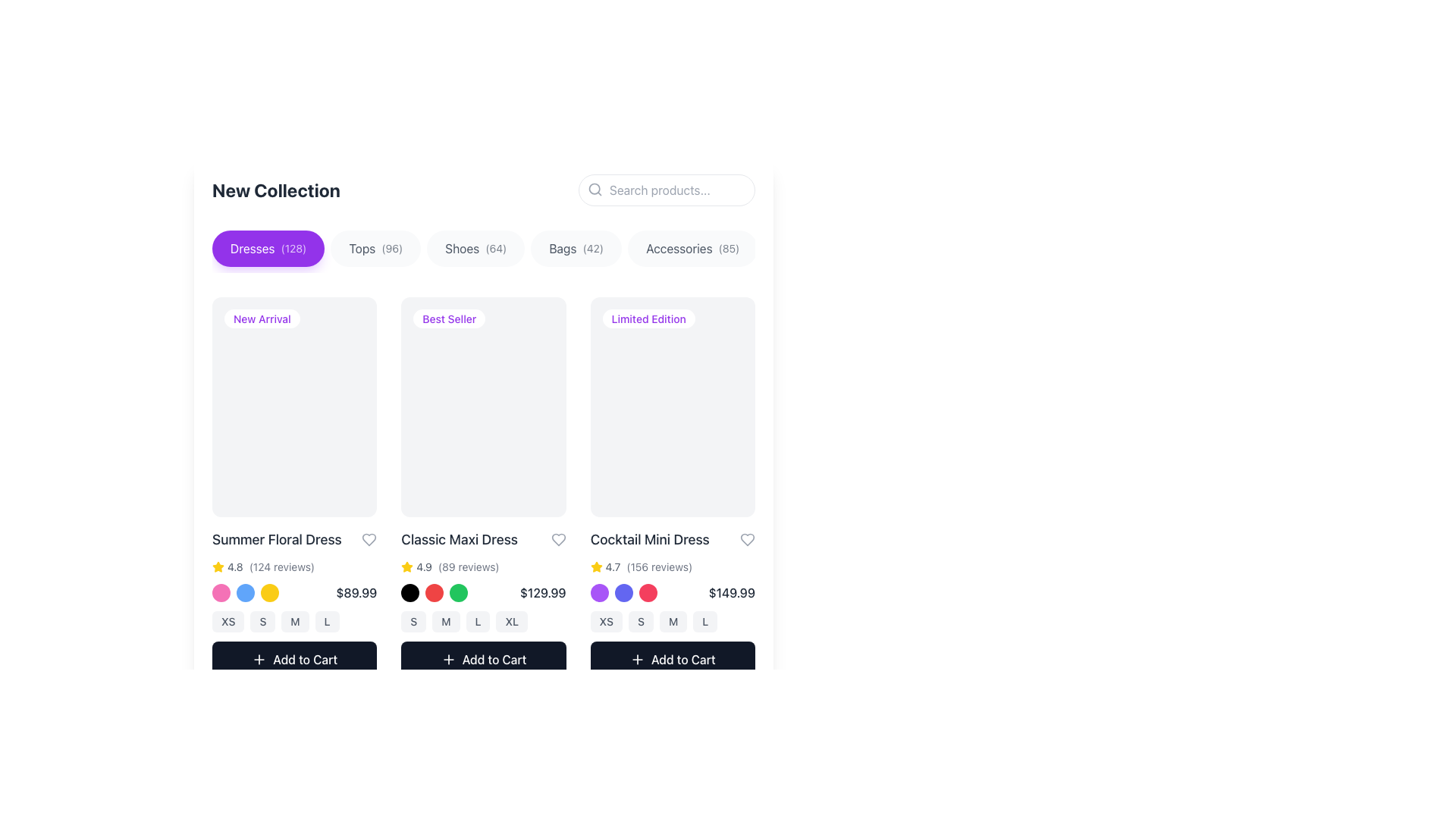 The height and width of the screenshot is (819, 1456). Describe the element at coordinates (227, 621) in the screenshot. I see `the button labeled 'XS', which is the first button in a series of size options located below the product information for the 'Summer Floral Dress'` at that location.